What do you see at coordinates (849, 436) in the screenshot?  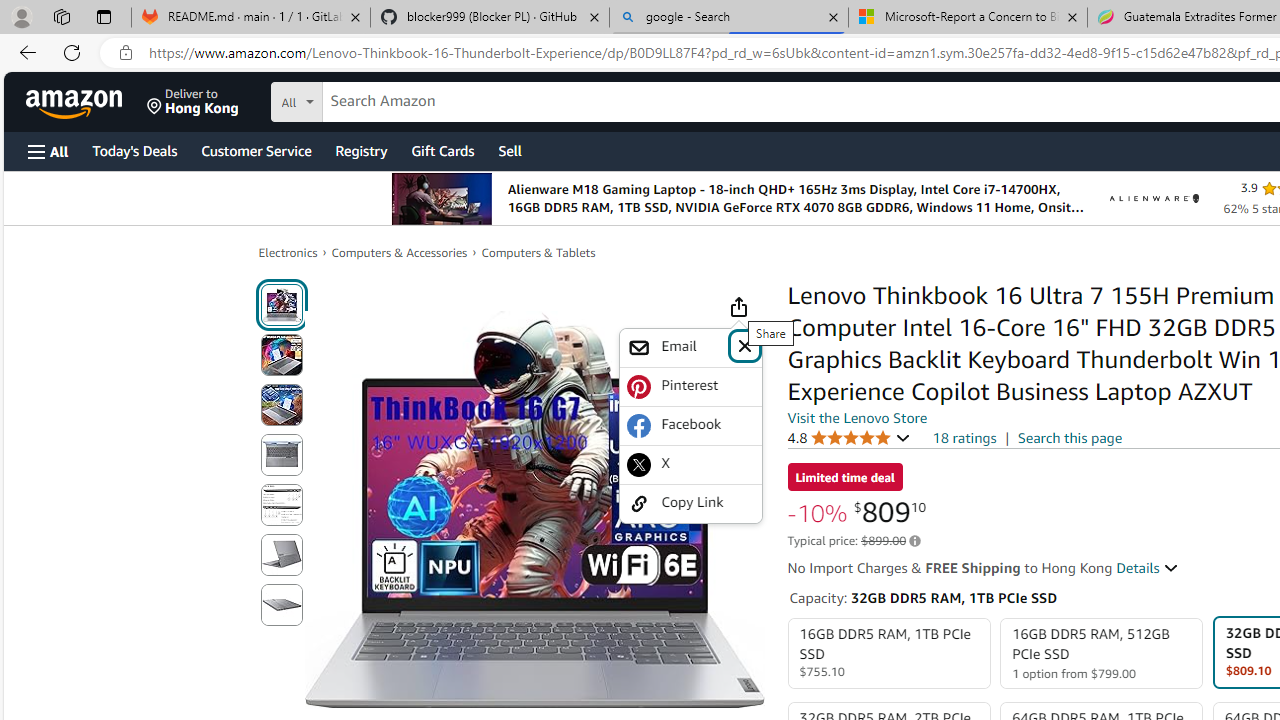 I see `'4.8 4.8 out of 5 stars'` at bounding box center [849, 436].